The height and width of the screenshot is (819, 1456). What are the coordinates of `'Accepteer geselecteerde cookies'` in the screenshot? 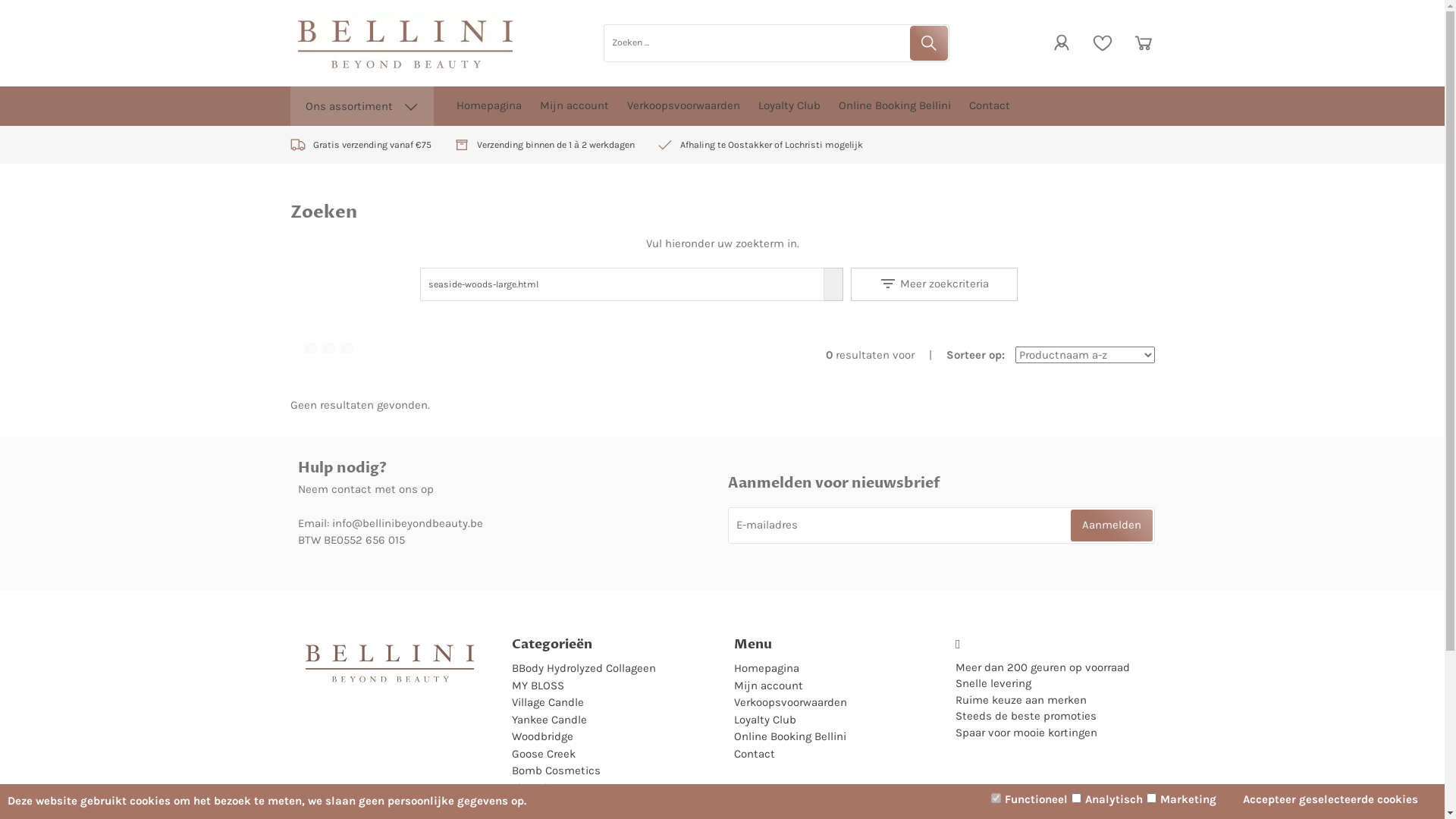 It's located at (1335, 798).